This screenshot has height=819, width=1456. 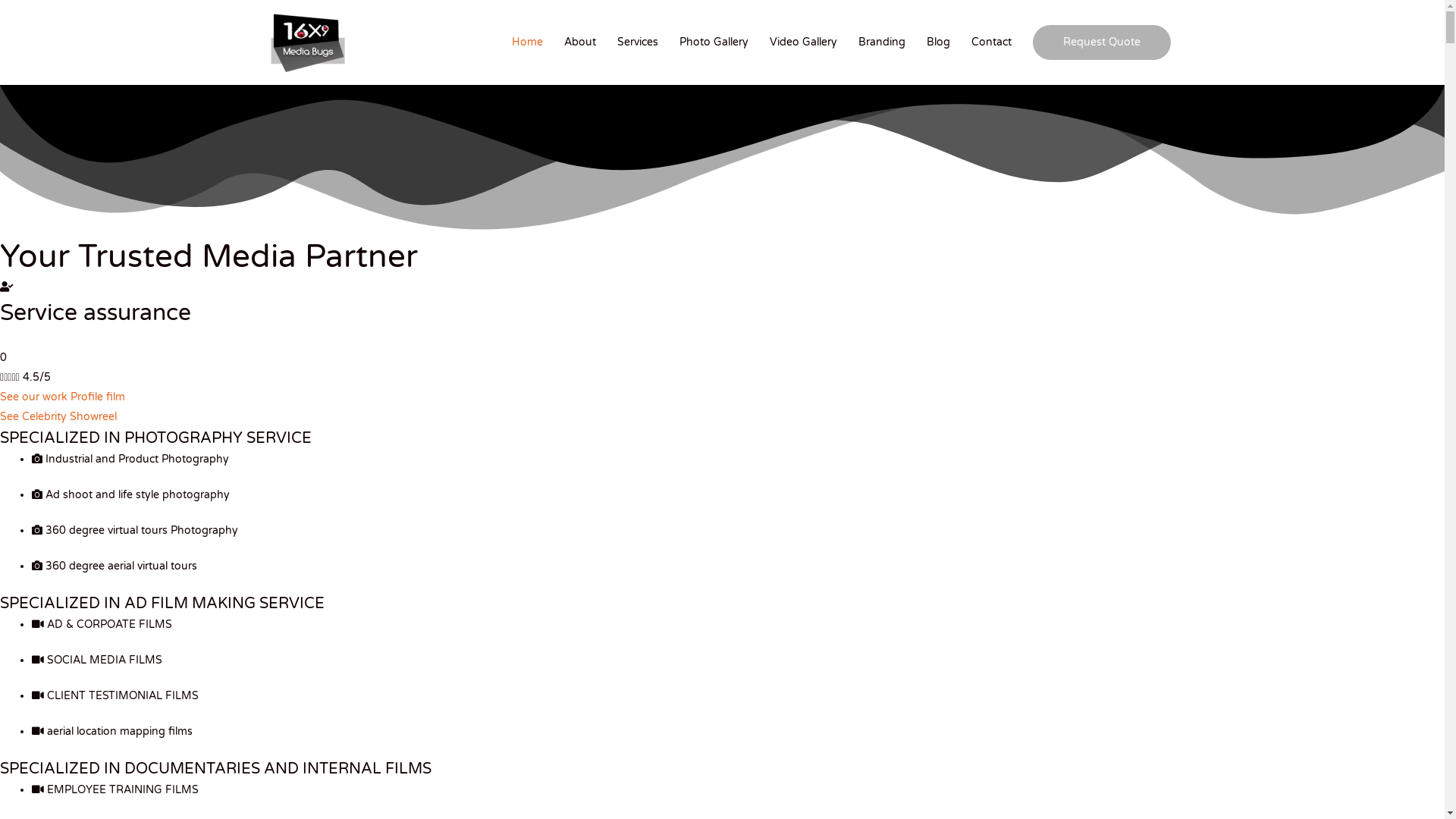 What do you see at coordinates (881, 42) in the screenshot?
I see `'Branding'` at bounding box center [881, 42].